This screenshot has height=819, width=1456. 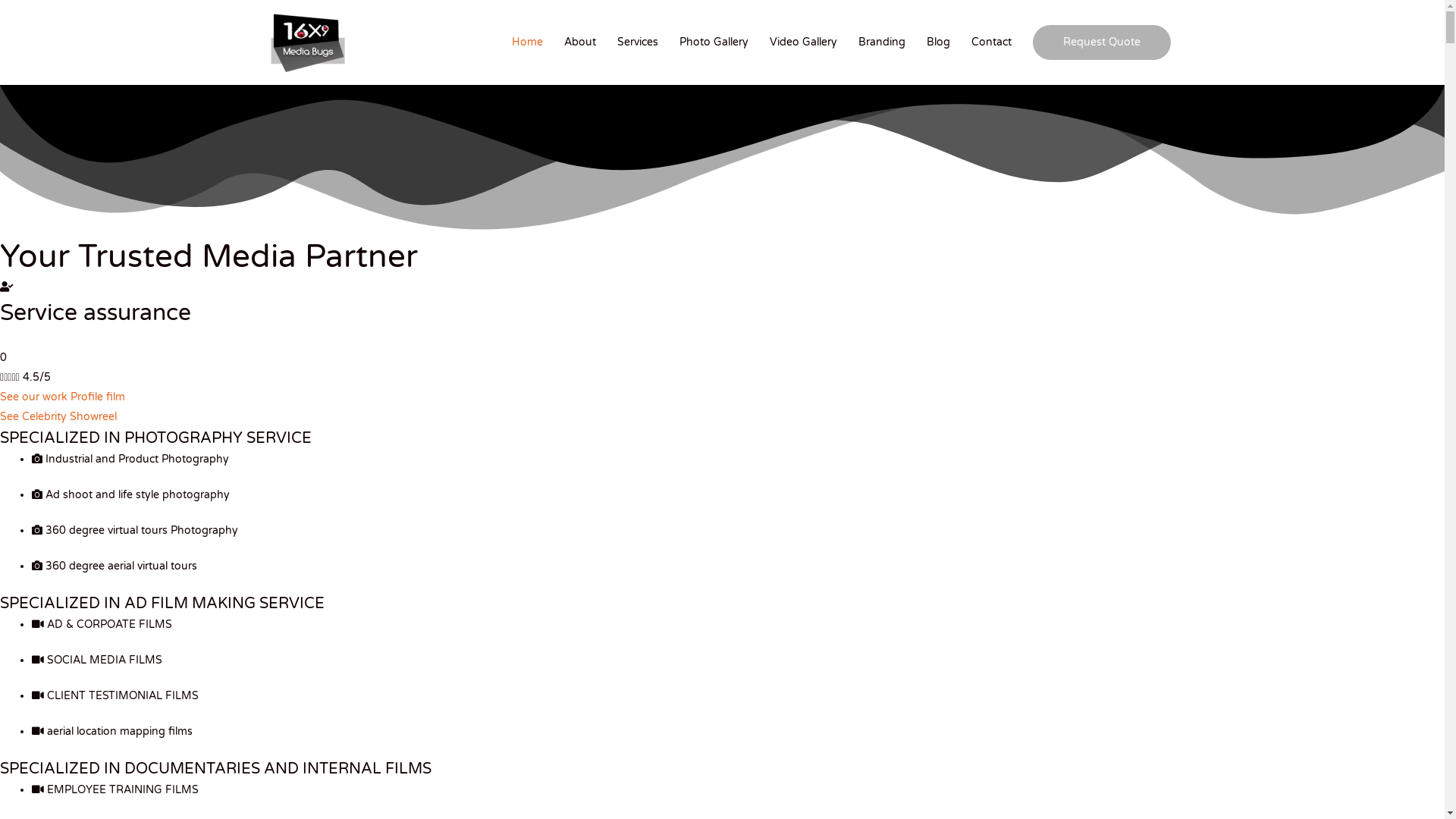 What do you see at coordinates (881, 42) in the screenshot?
I see `'Branding'` at bounding box center [881, 42].